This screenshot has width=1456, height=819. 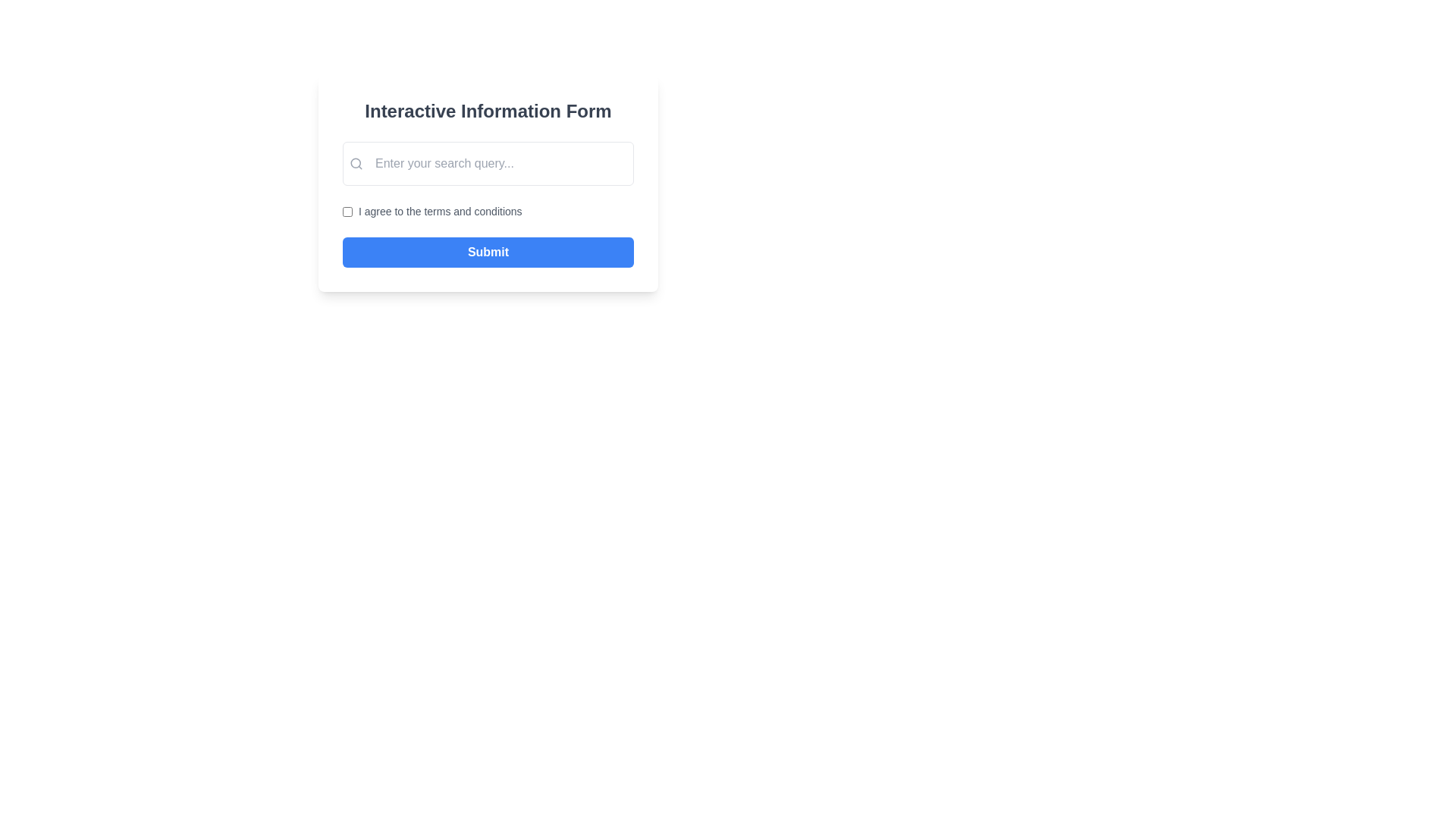 What do you see at coordinates (494, 164) in the screenshot?
I see `on the search input field located` at bounding box center [494, 164].